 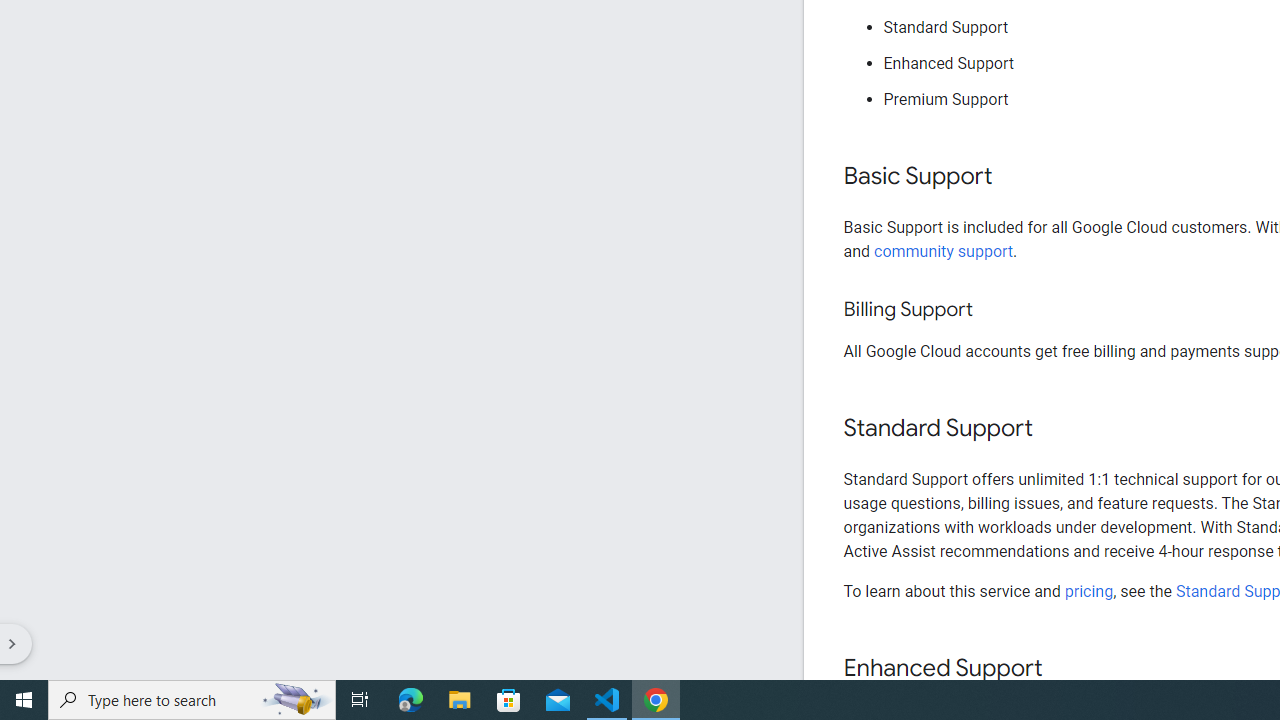 What do you see at coordinates (943, 250) in the screenshot?
I see `'community support'` at bounding box center [943, 250].